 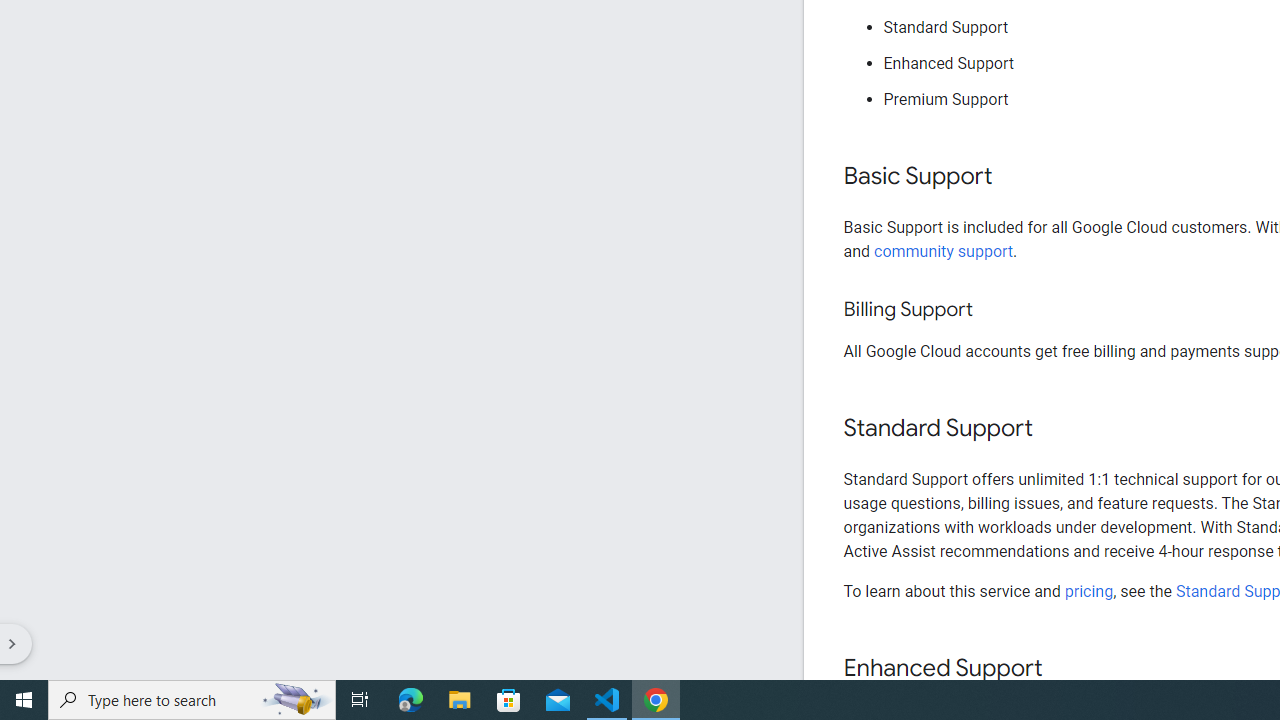 What do you see at coordinates (943, 250) in the screenshot?
I see `'community support'` at bounding box center [943, 250].